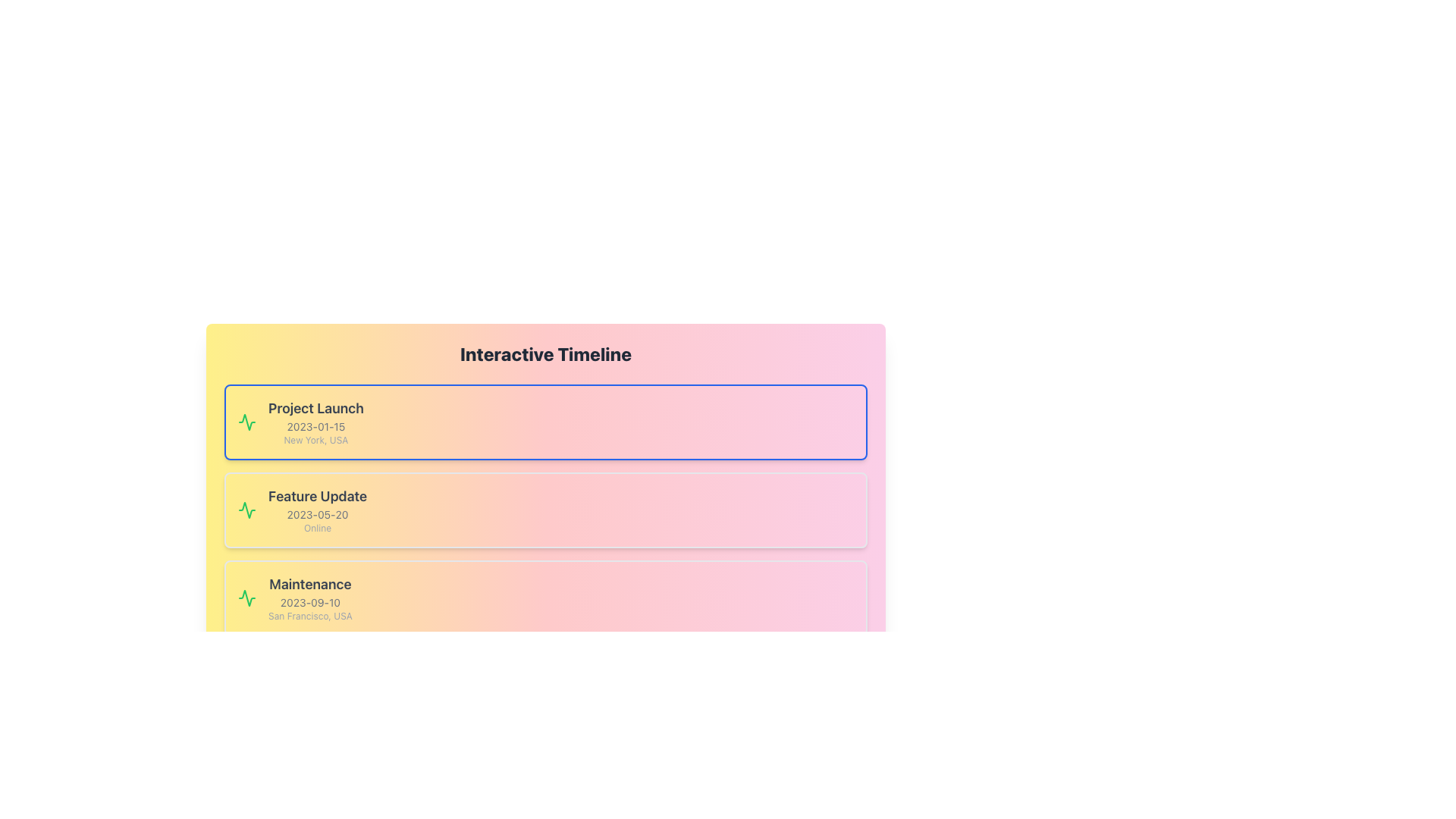 The image size is (1456, 819). What do you see at coordinates (317, 510) in the screenshot?
I see `the text block that describes the 'Feature Update' event that occurred on '2023-05-20' in the 'Interactive Timeline' section, located below the 'Project Launch' event` at bounding box center [317, 510].